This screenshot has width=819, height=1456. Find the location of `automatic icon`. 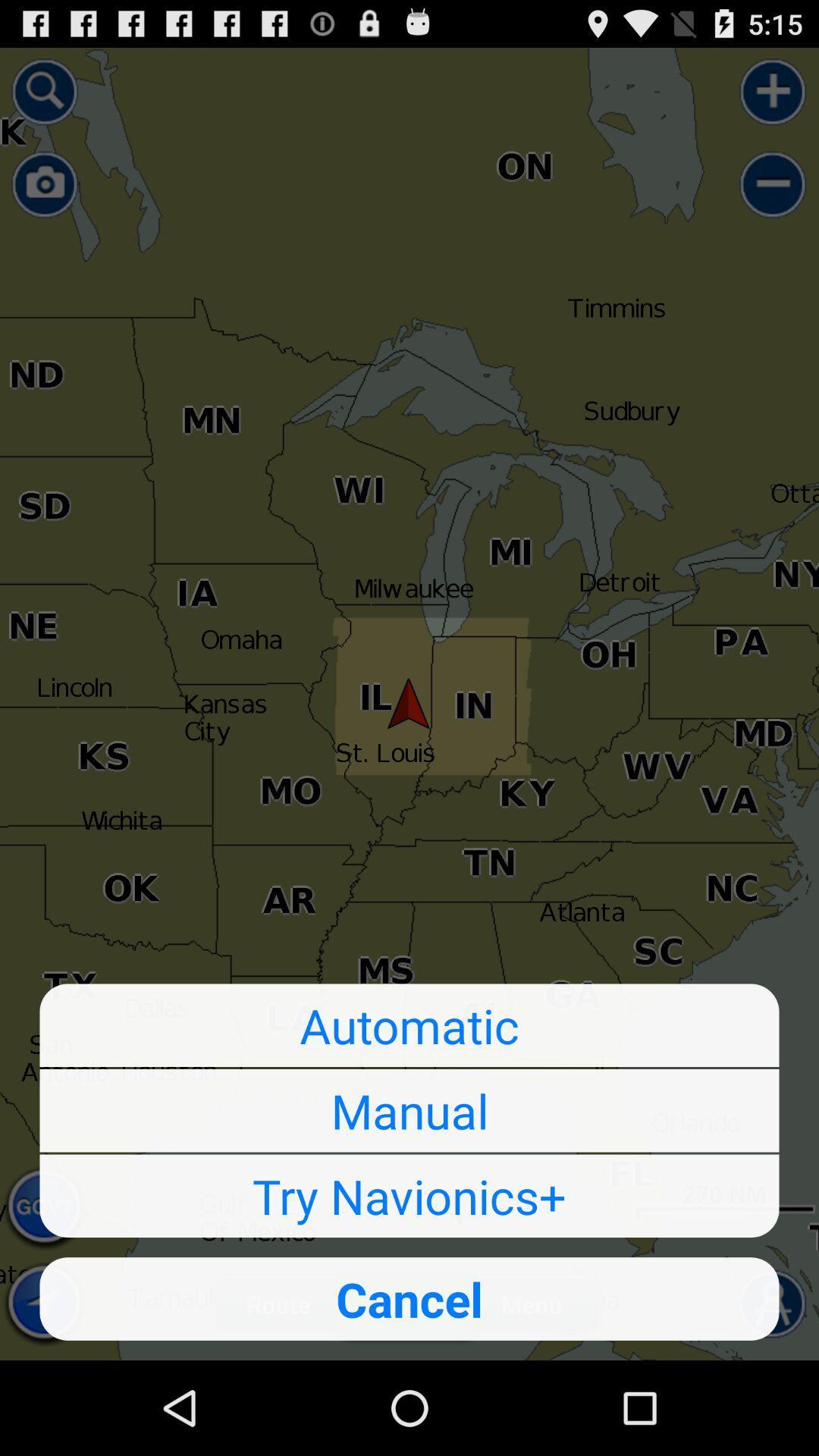

automatic icon is located at coordinates (409, 1025).